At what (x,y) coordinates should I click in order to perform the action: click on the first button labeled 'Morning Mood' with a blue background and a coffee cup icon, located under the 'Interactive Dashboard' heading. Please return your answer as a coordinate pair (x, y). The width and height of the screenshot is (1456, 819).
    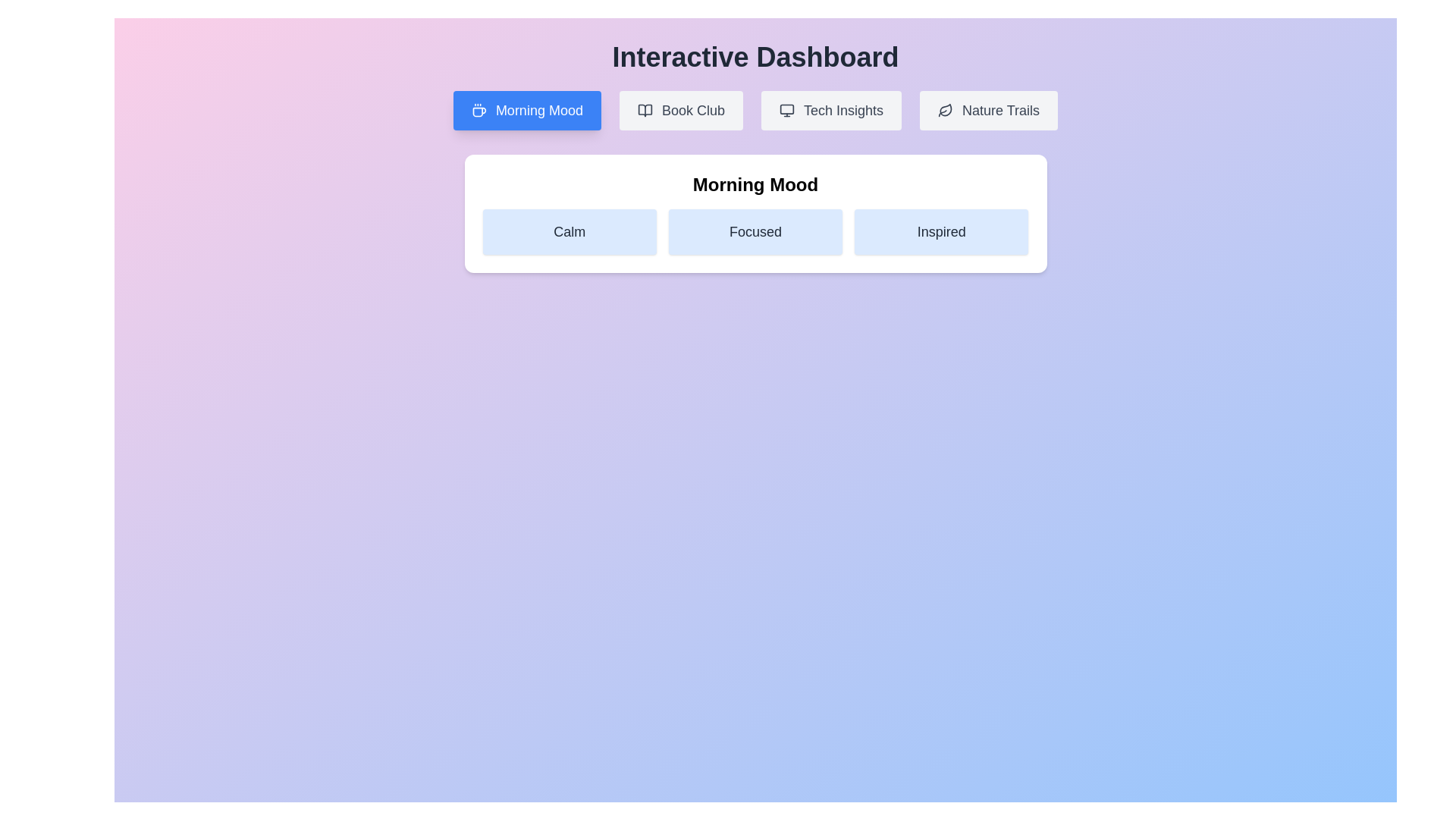
    Looking at the image, I should click on (527, 110).